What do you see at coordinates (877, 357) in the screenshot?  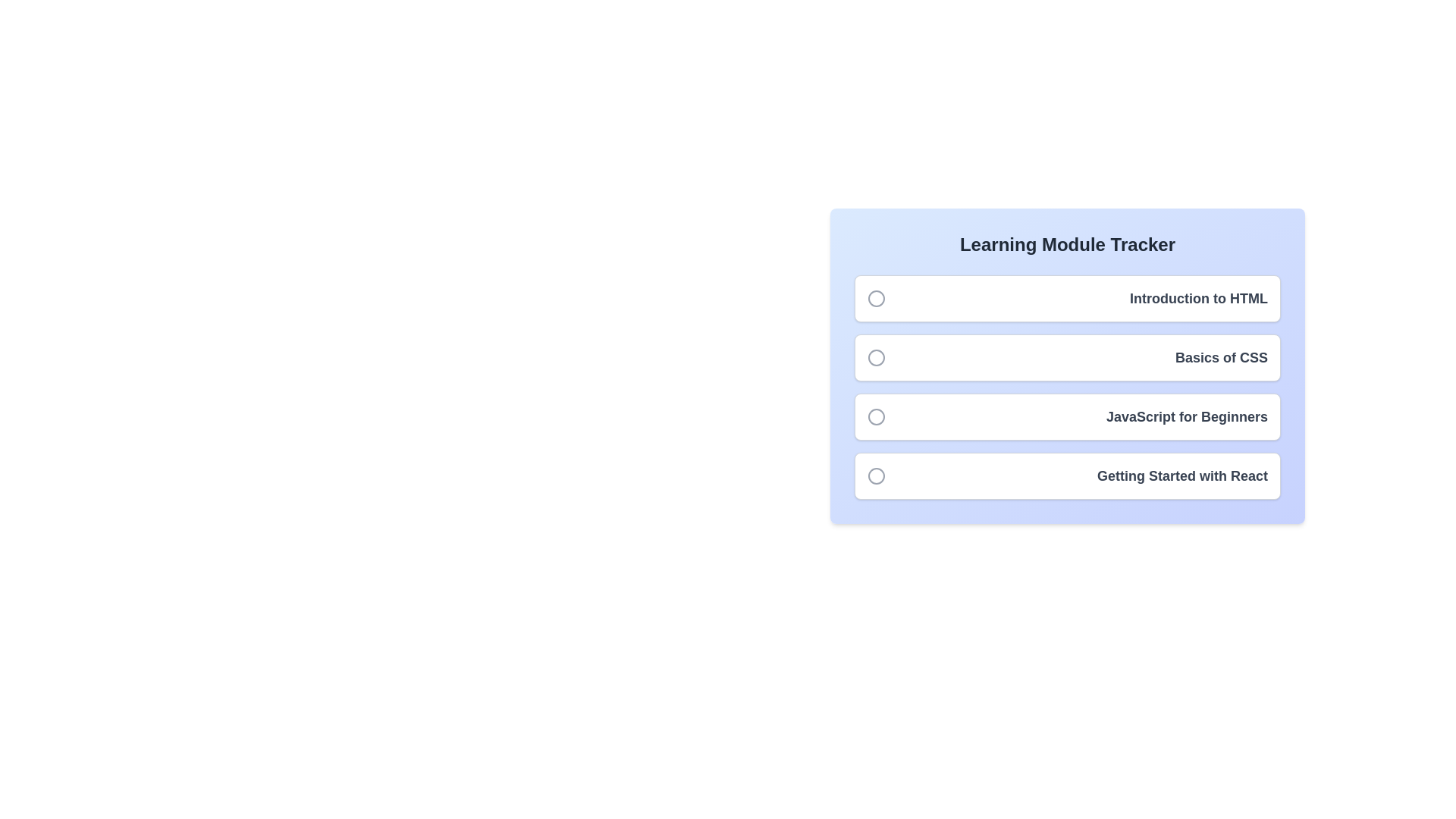 I see `the circular radio button with a gray outline located to the left of the text 'Basics of CSS'` at bounding box center [877, 357].